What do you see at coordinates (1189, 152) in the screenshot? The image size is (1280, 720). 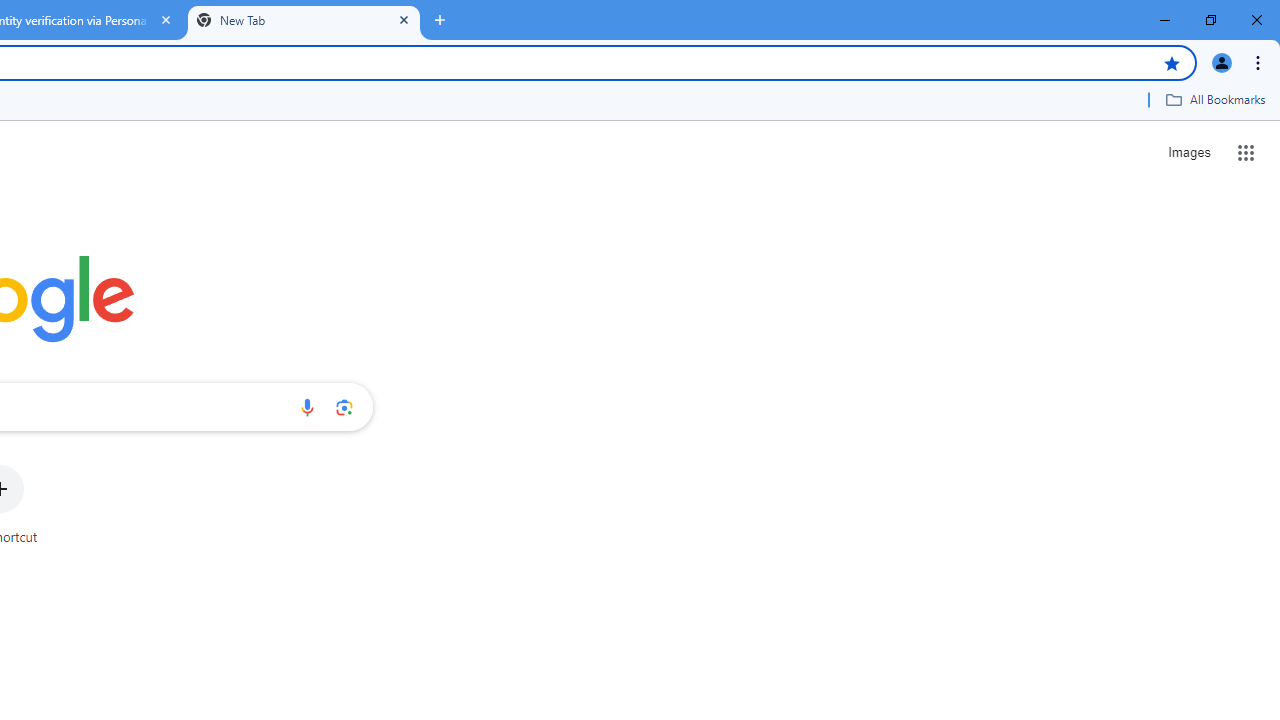 I see `'Search for Images '` at bounding box center [1189, 152].